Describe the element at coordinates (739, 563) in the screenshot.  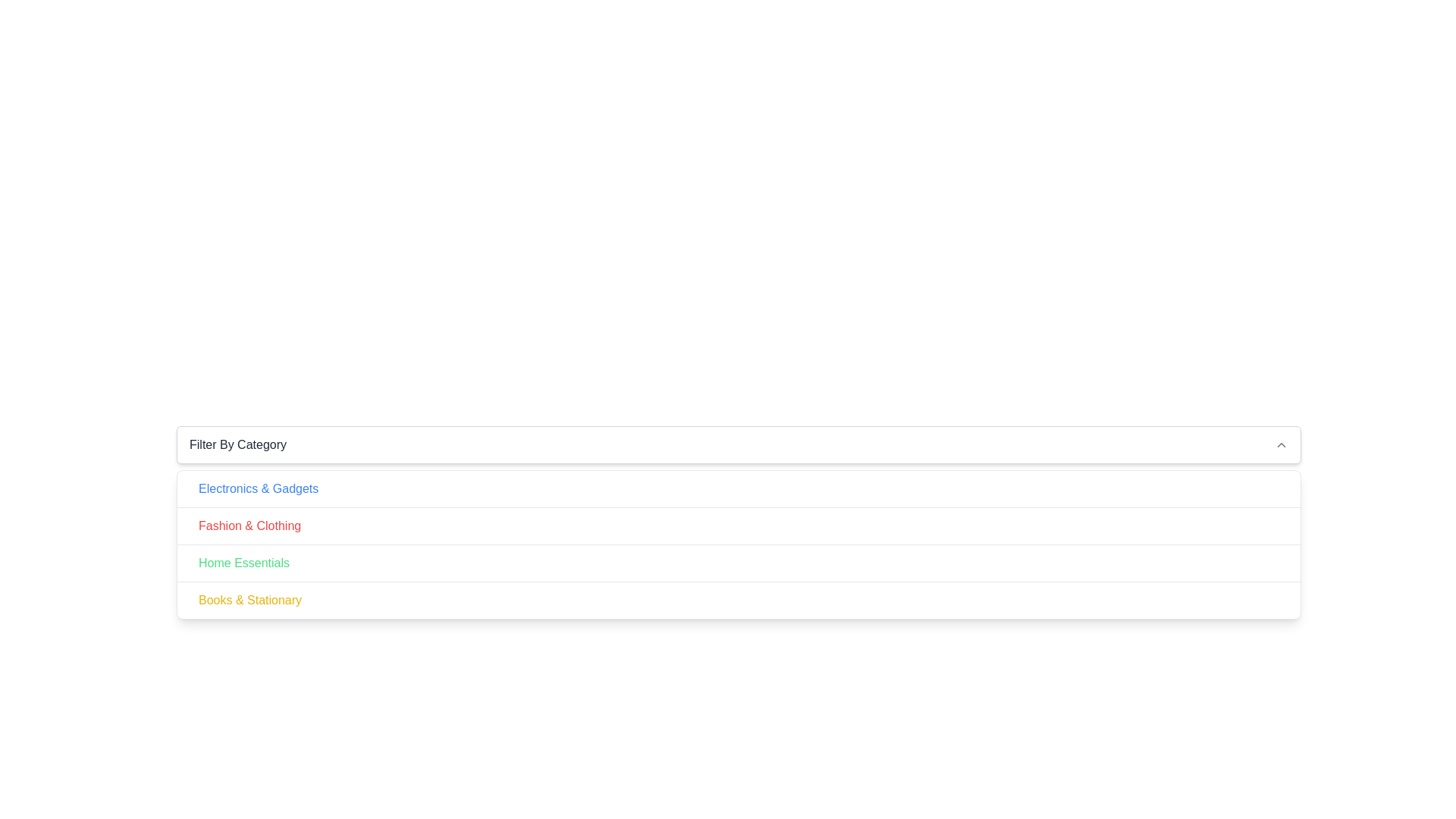
I see `the 'Home Essentials' item in the category filter list, which is the third option below 'Fashion & Clothing' and above 'Books & Stationary'` at that location.